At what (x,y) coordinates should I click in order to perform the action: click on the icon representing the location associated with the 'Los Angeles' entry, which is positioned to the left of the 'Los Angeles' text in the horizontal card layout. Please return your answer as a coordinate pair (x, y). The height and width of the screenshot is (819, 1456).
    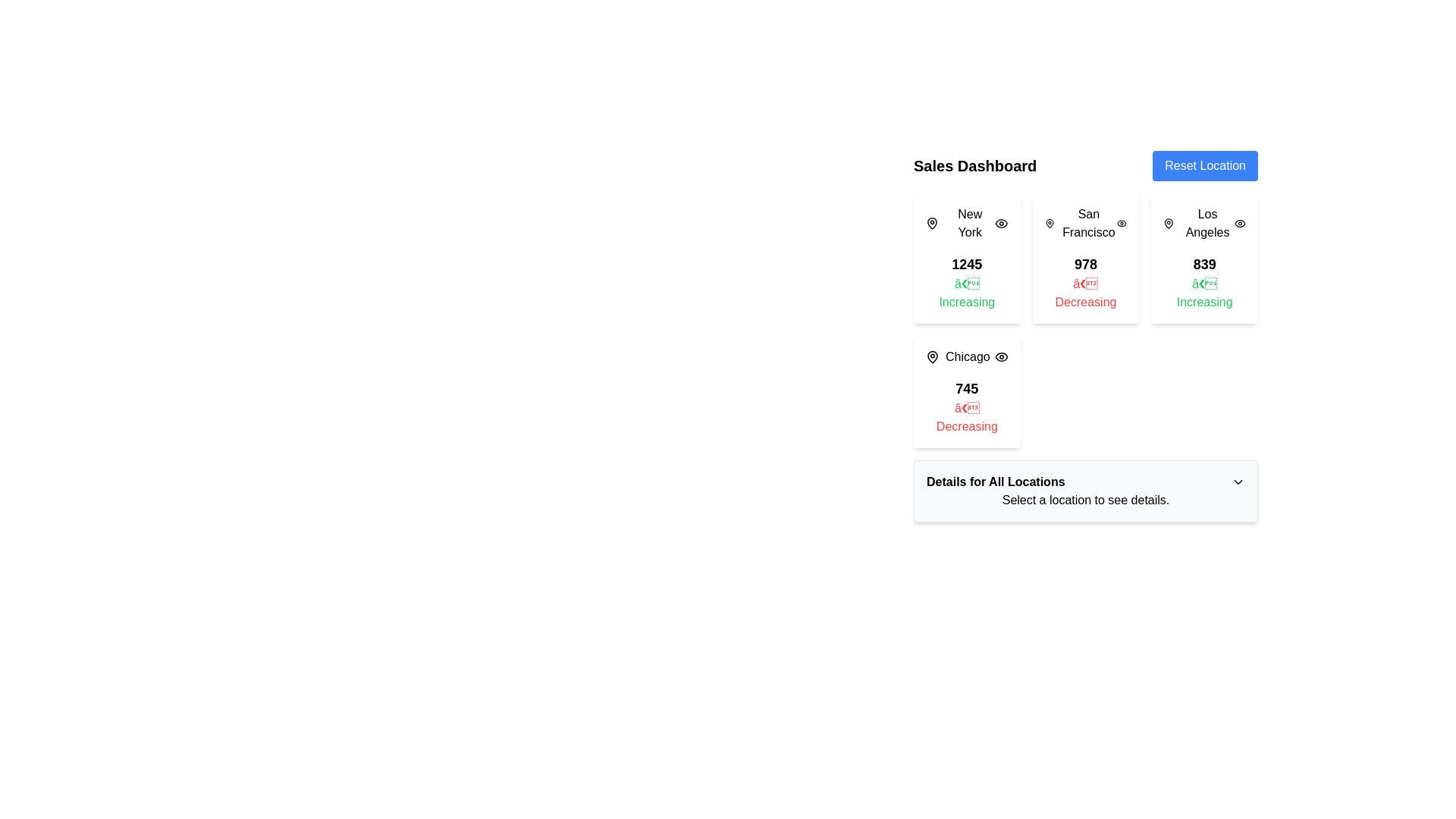
    Looking at the image, I should click on (1168, 223).